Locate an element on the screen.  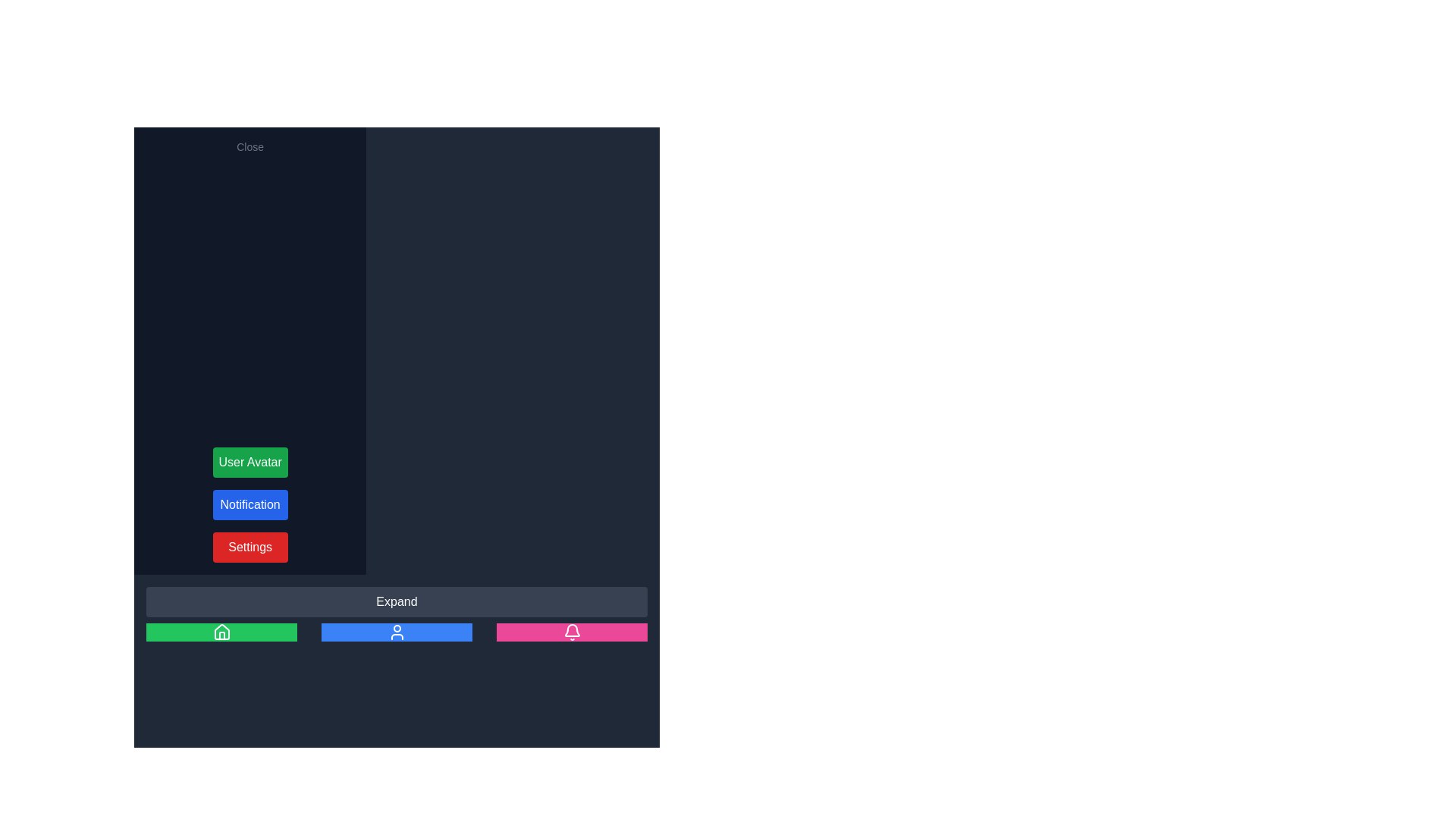
the pink bell icon located at the bottom of the interface, which is the third icon from the left is located at coordinates (571, 632).